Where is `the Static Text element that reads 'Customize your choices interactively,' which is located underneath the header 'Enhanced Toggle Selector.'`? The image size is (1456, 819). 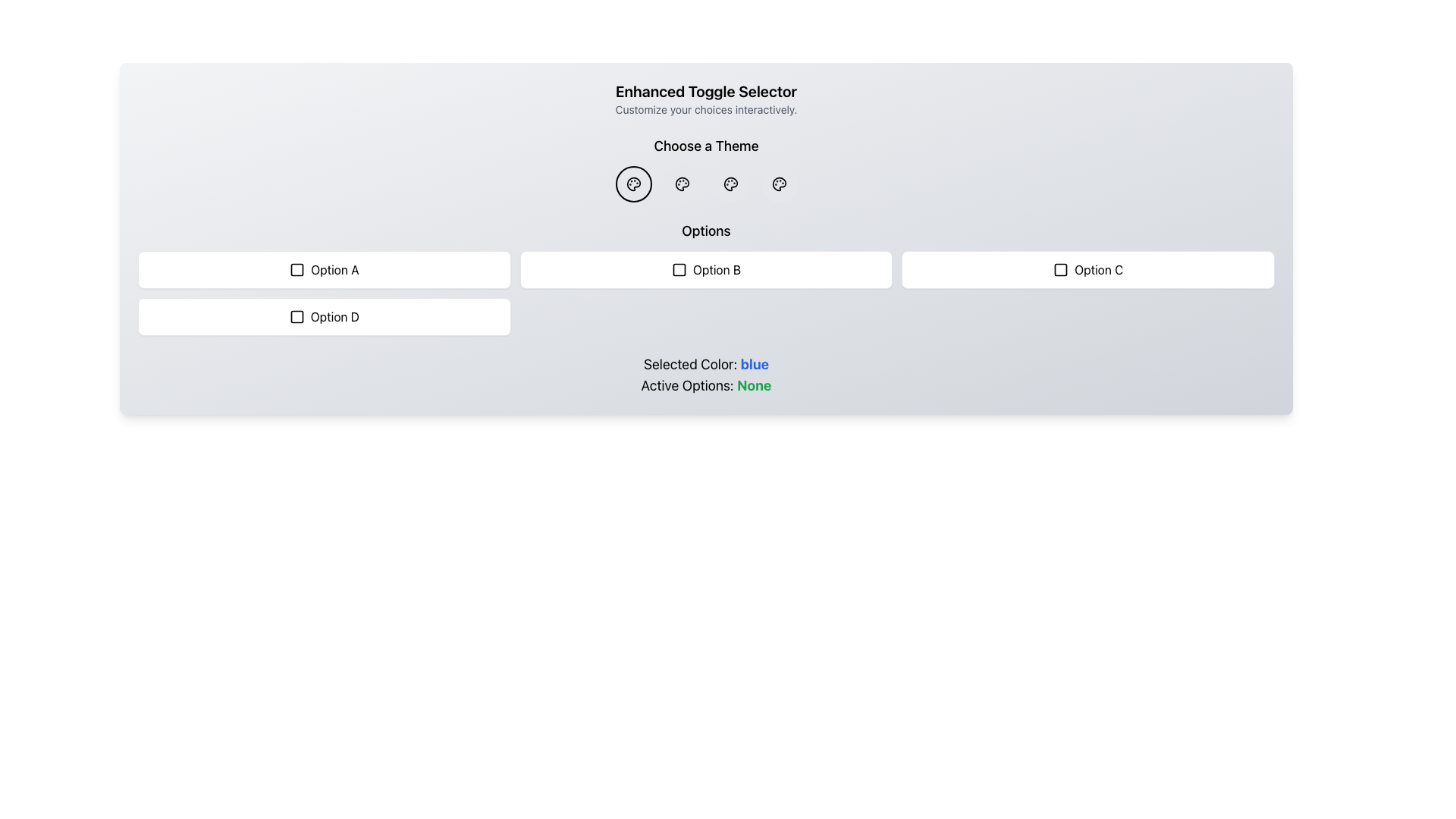
the Static Text element that reads 'Customize your choices interactively,' which is located underneath the header 'Enhanced Toggle Selector.' is located at coordinates (705, 109).